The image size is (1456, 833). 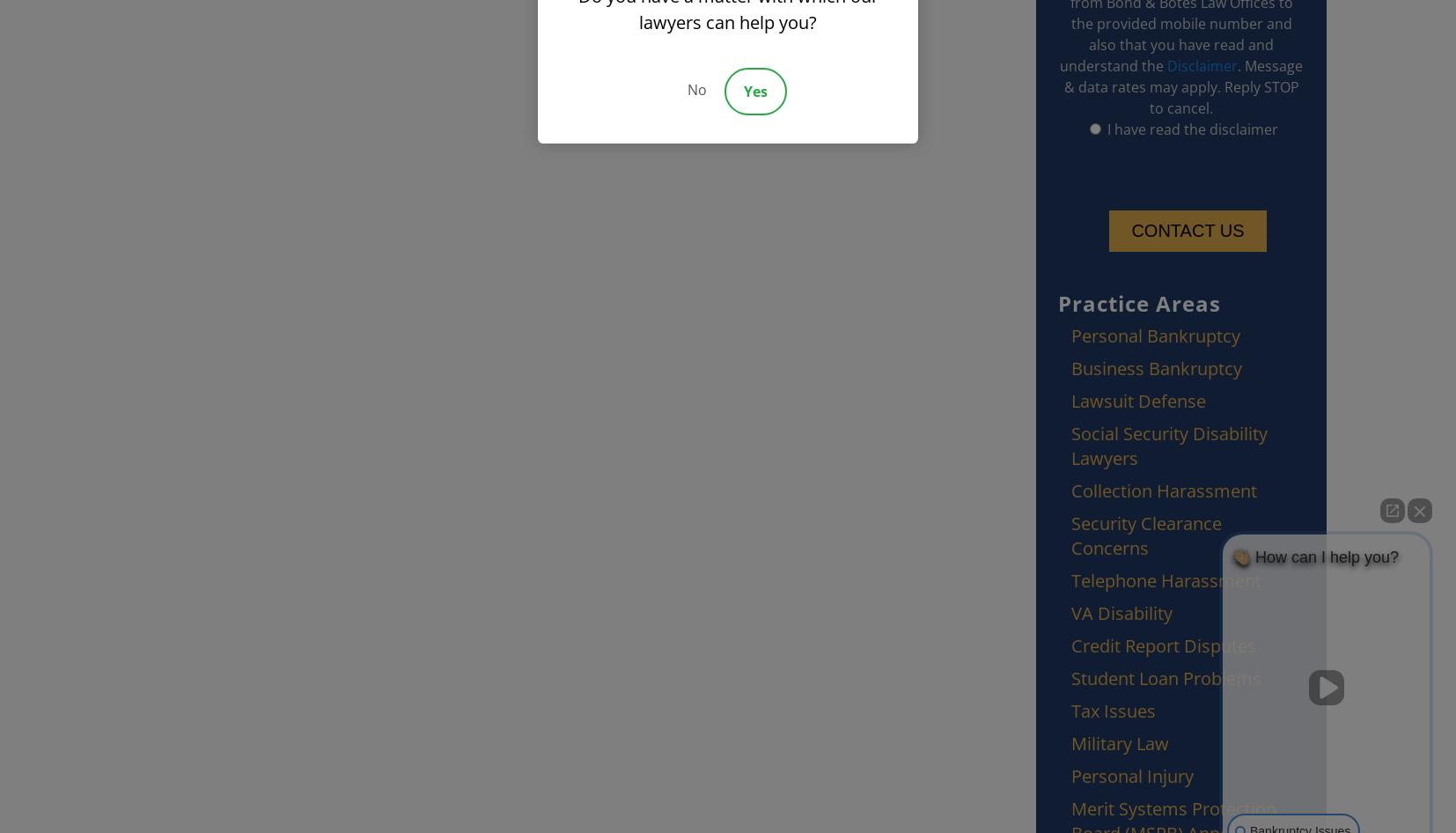 I want to click on '. Message & data rates may apply. Reply STOP to cancel.', so click(x=1183, y=86).